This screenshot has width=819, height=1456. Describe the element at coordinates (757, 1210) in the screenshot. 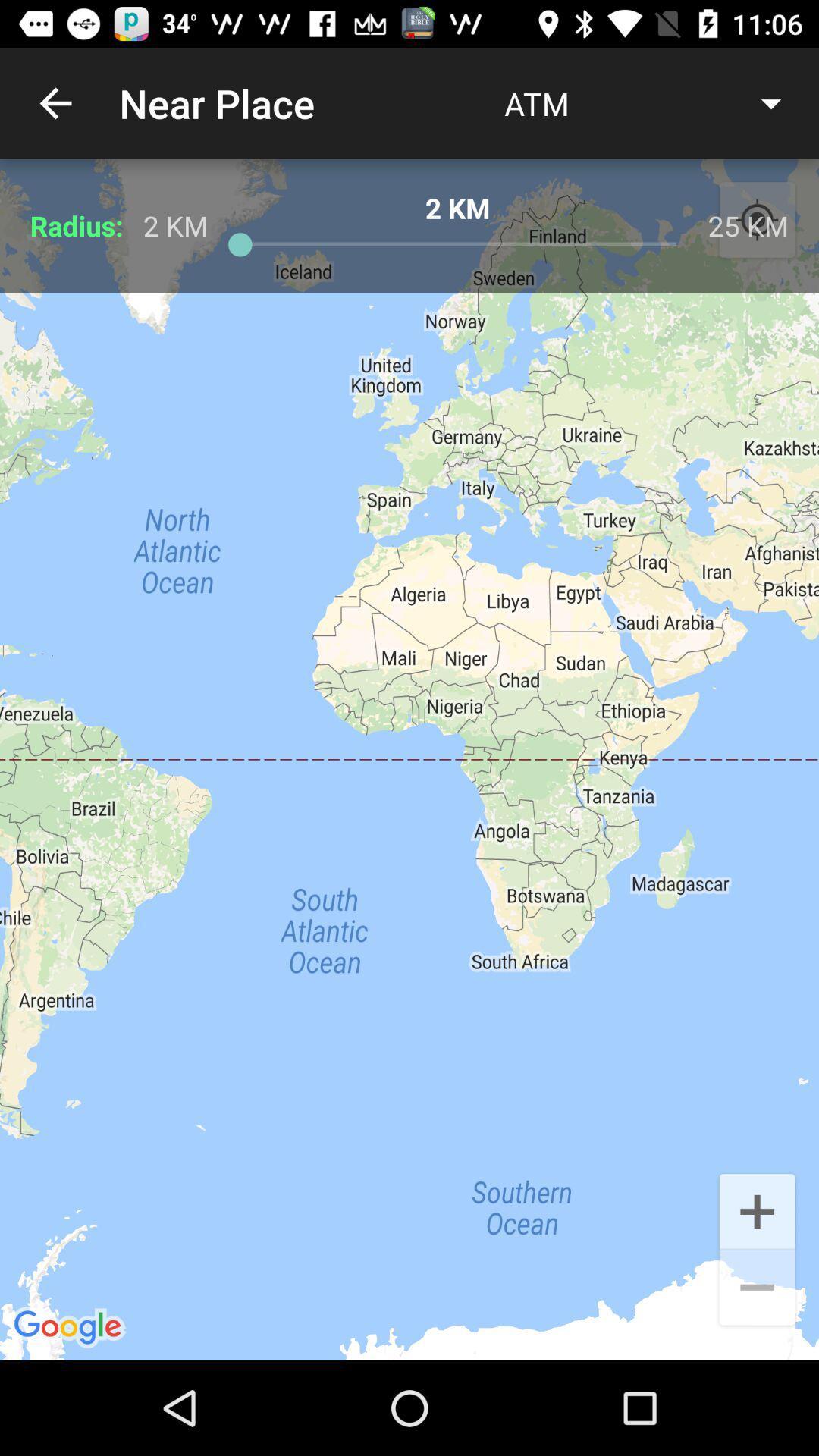

I see `the add icon` at that location.